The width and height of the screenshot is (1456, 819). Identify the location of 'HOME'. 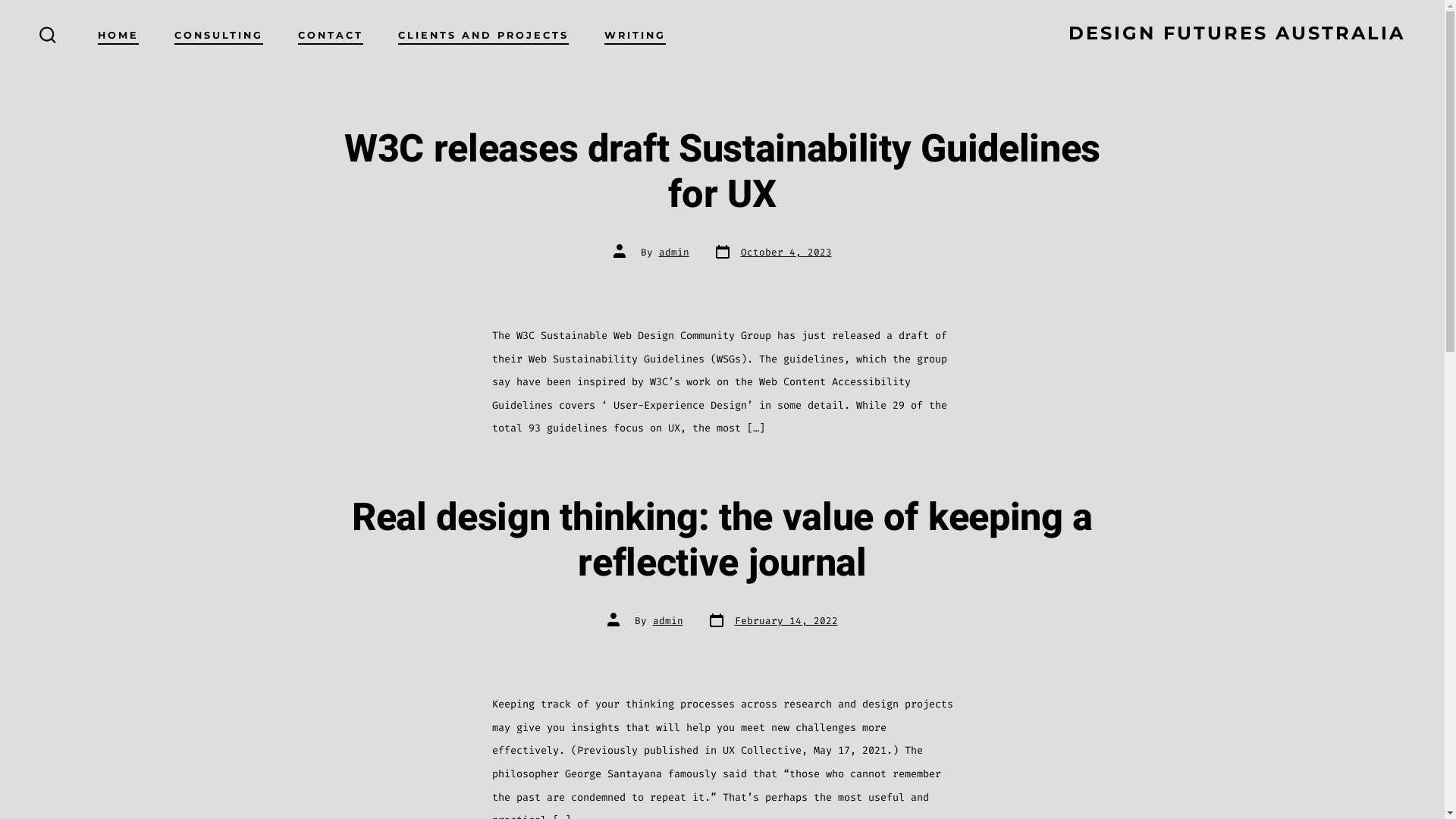
(97, 35).